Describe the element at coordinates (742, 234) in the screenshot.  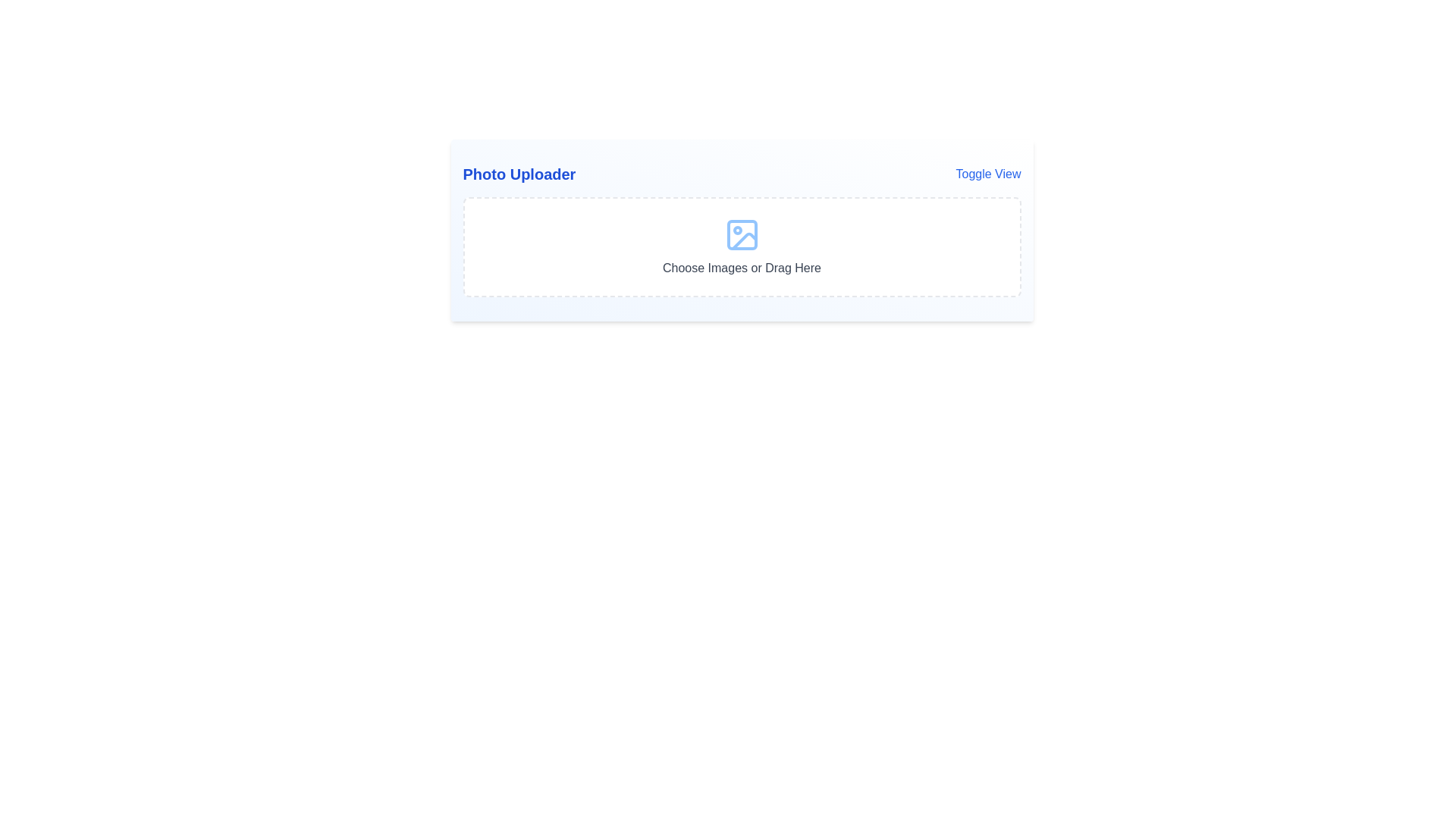
I see `the blue icon with an image-like design that resembles a drag-and-drop upload area, located in the 'Choose Images or Drag Here' section` at that location.